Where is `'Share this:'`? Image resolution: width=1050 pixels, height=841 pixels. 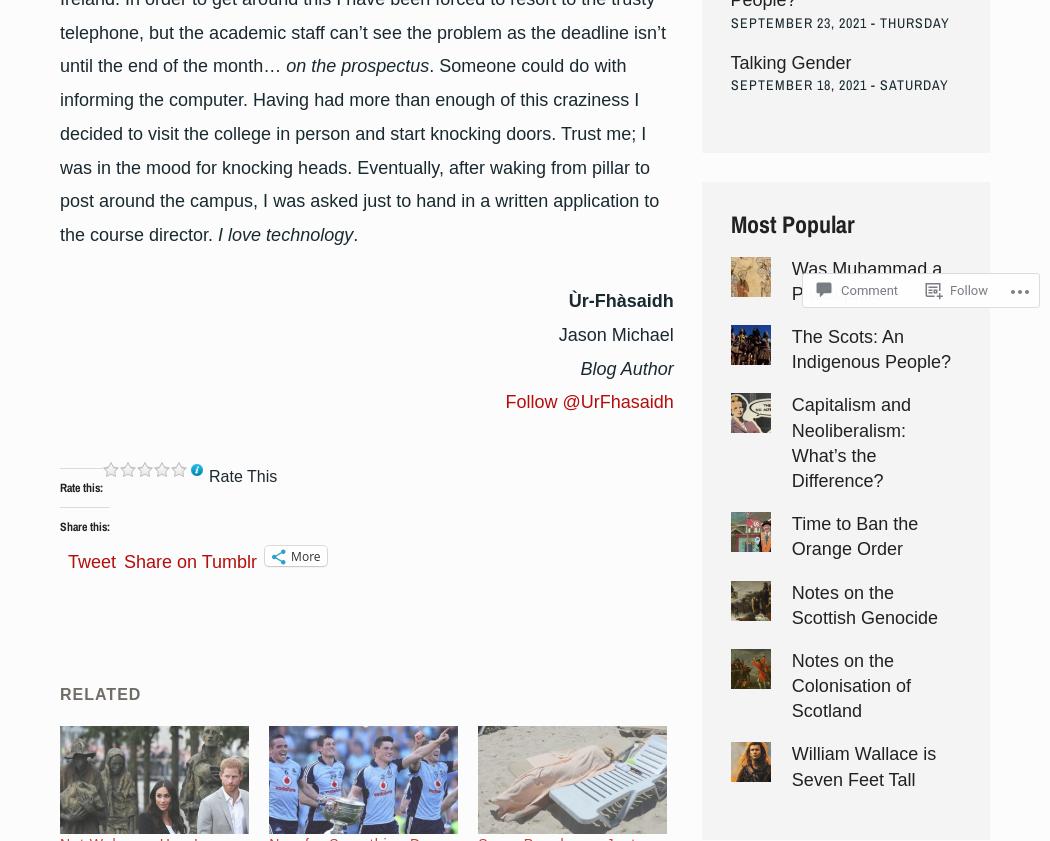
'Share this:' is located at coordinates (85, 525).